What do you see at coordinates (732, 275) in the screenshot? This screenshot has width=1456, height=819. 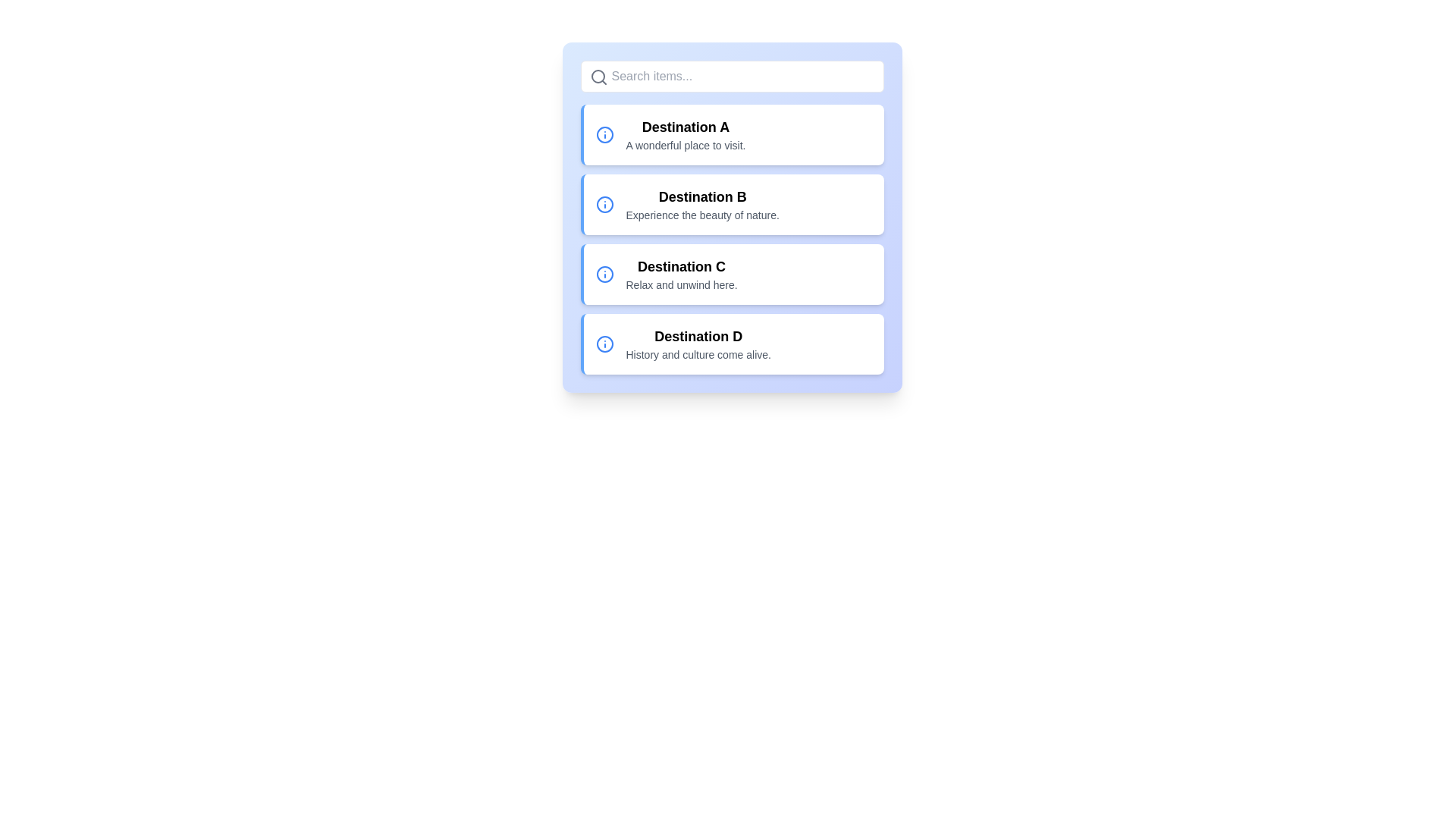 I see `the card displaying 'Destination C', which is the third card in a vertical stack of cards` at bounding box center [732, 275].